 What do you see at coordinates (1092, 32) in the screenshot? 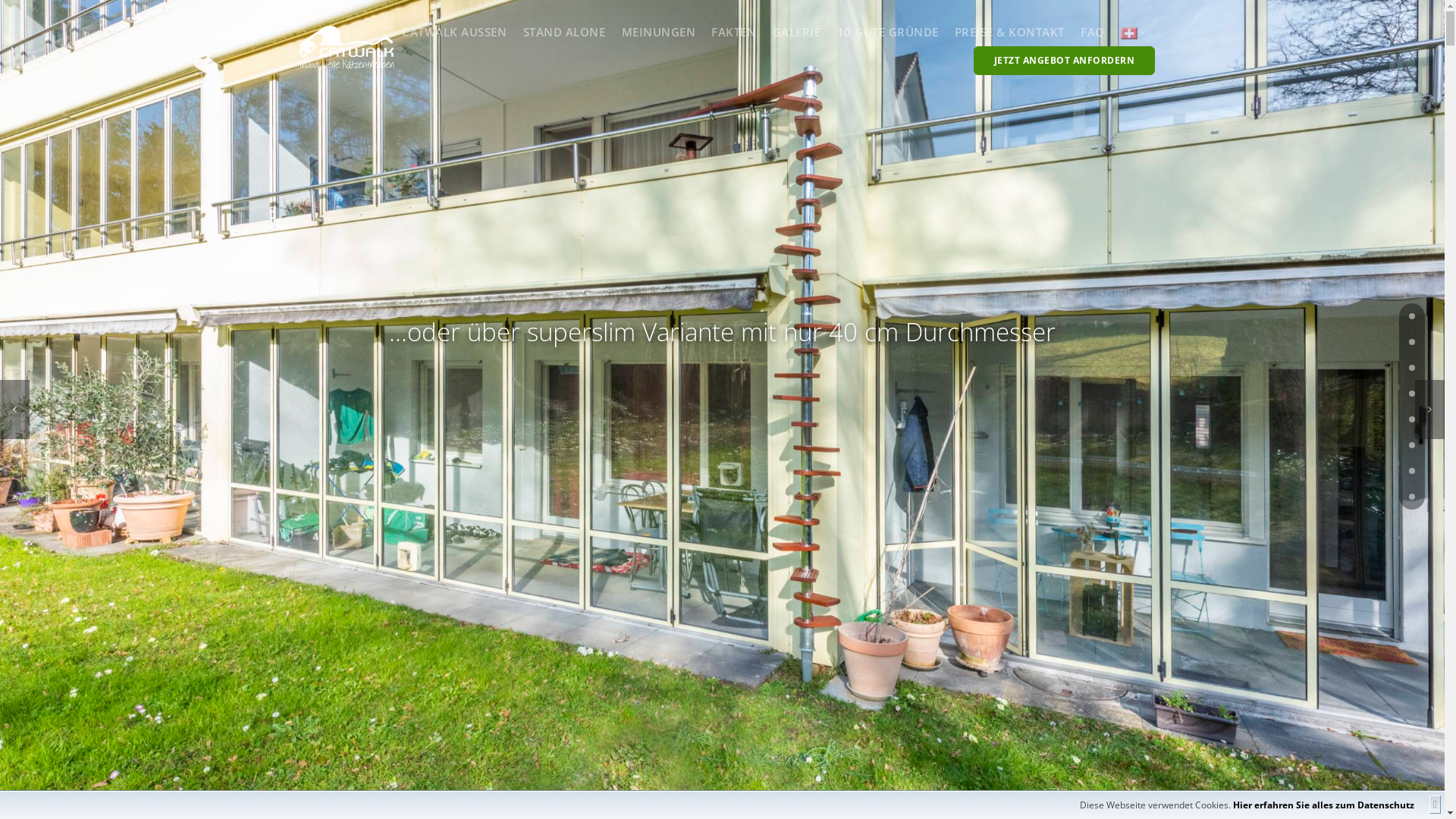
I see `'FAQ'` at bounding box center [1092, 32].